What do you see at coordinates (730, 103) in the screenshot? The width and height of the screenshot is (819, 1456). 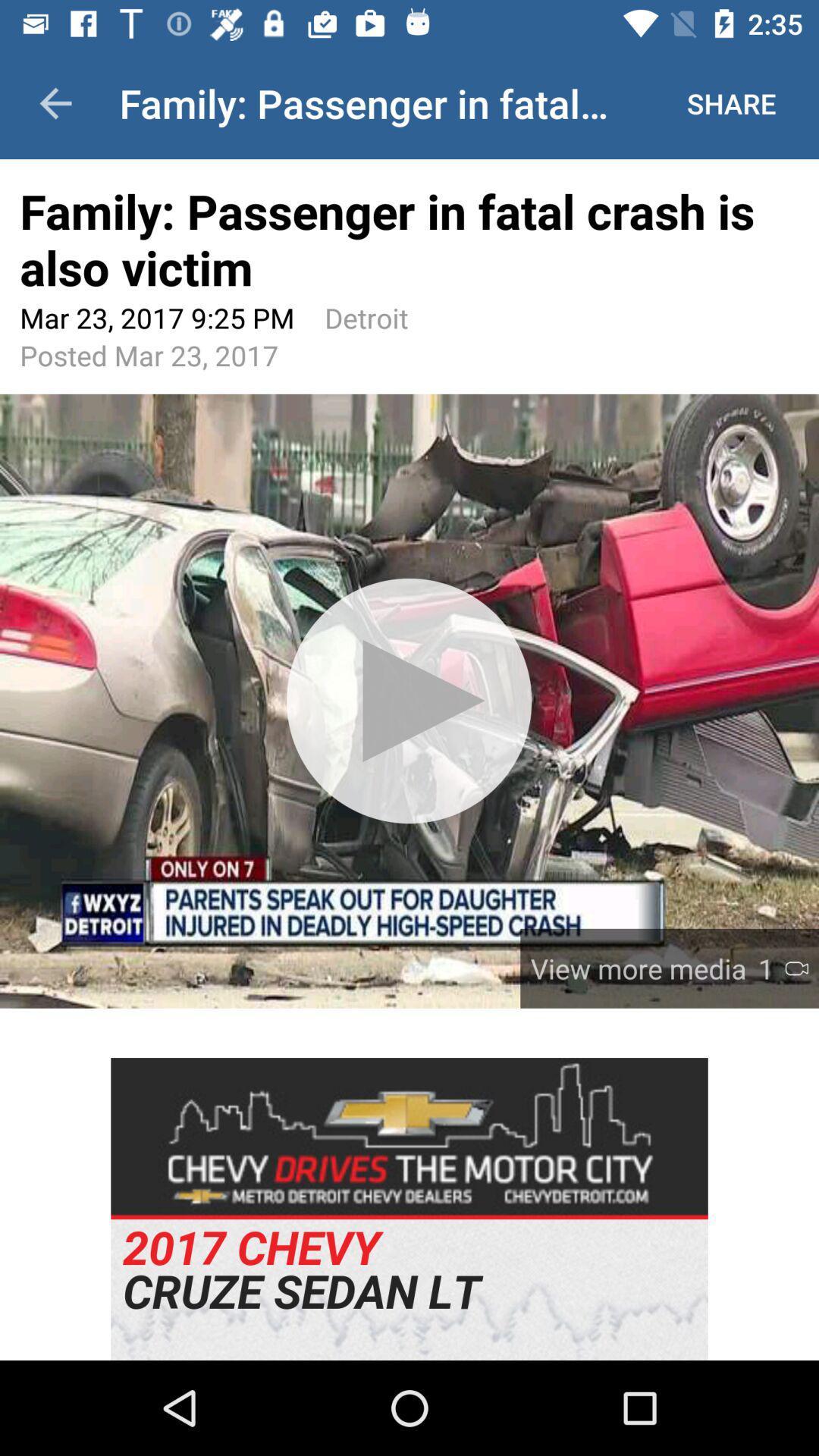 I see `the button next to family passenger in fatal` at bounding box center [730, 103].